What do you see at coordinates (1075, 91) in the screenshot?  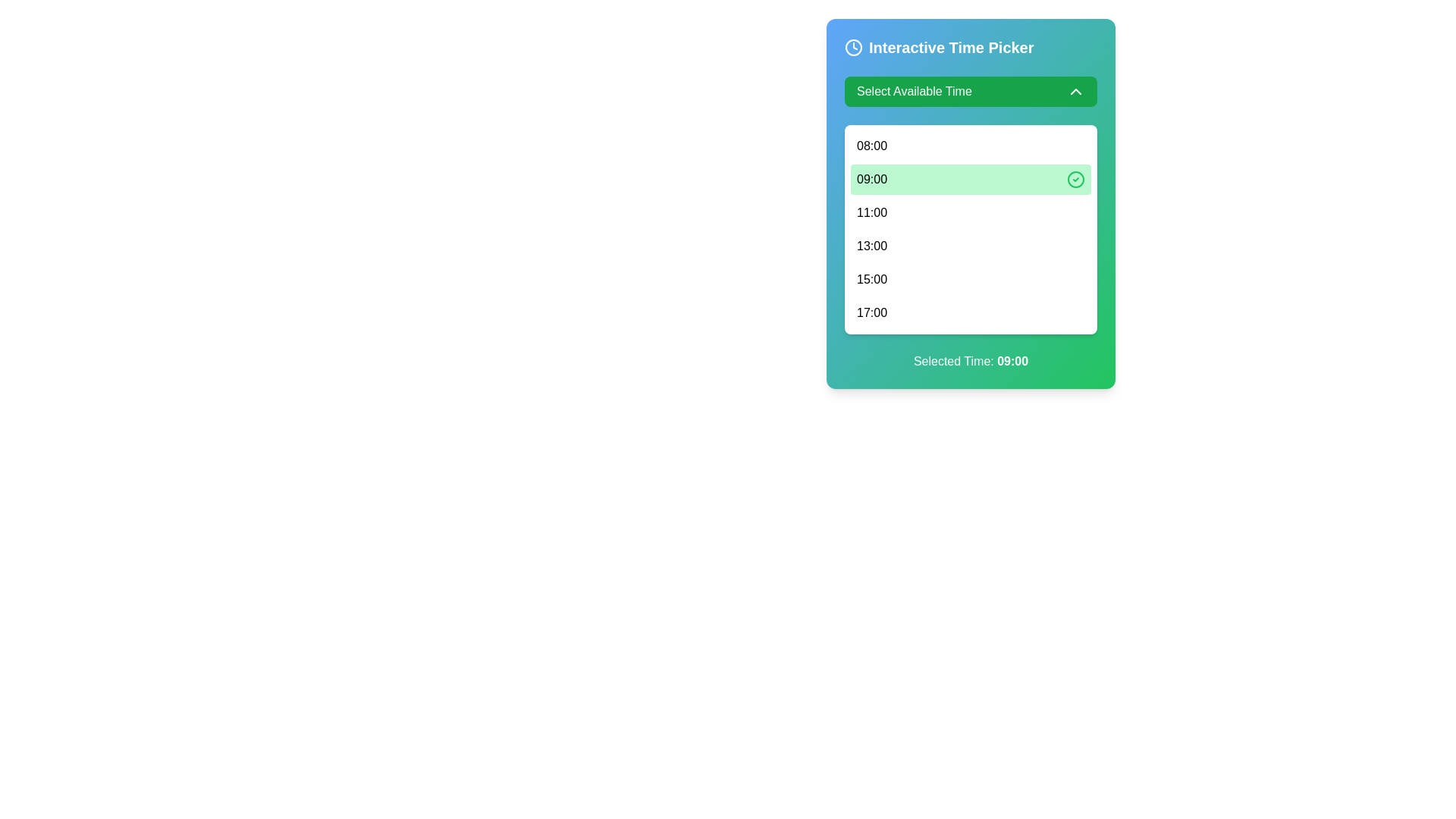 I see `the toggle icon located on the right side of the green 'Select Available Time' button` at bounding box center [1075, 91].